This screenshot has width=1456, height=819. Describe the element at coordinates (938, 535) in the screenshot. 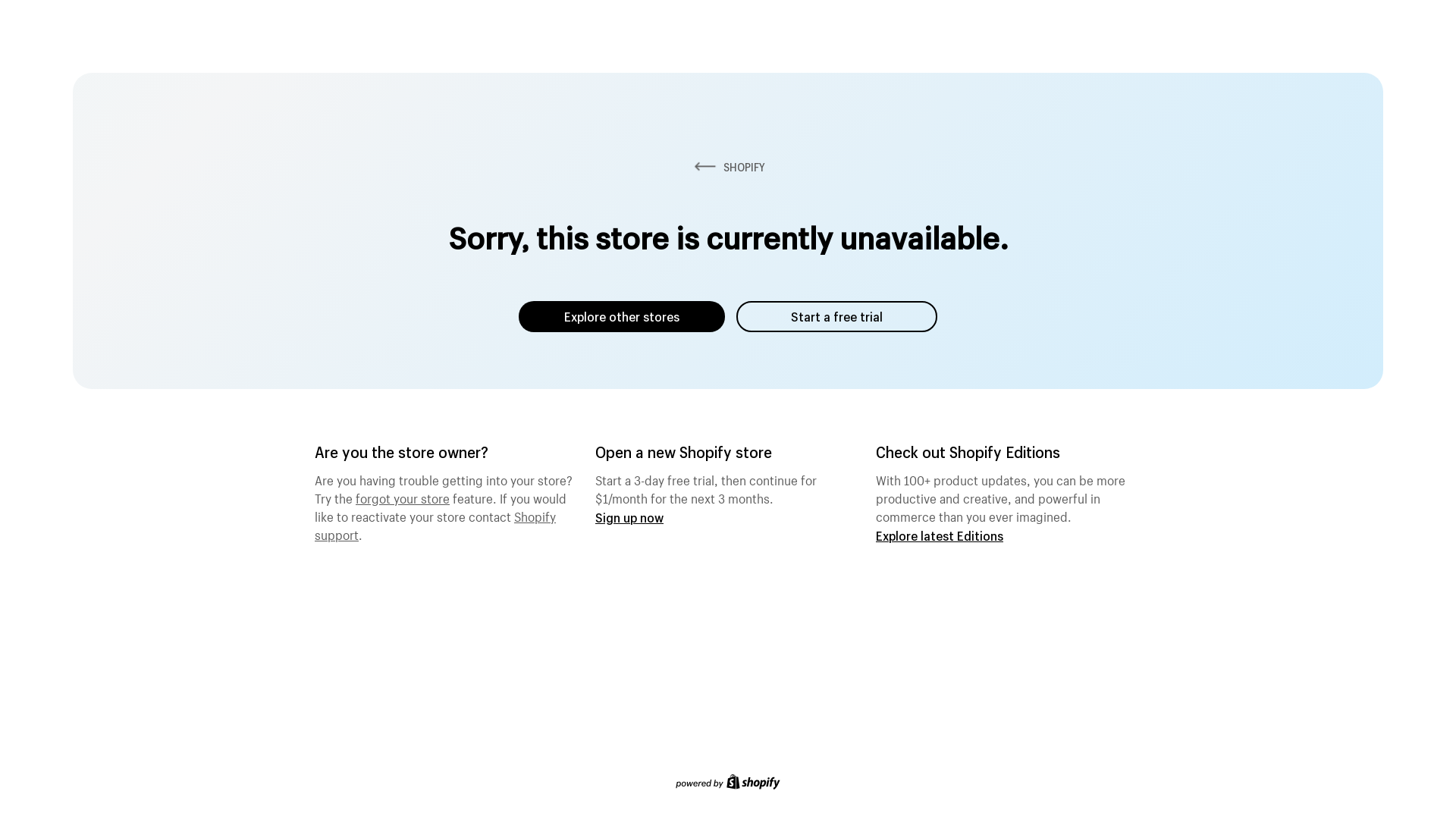

I see `'Explore latest Editions'` at that location.